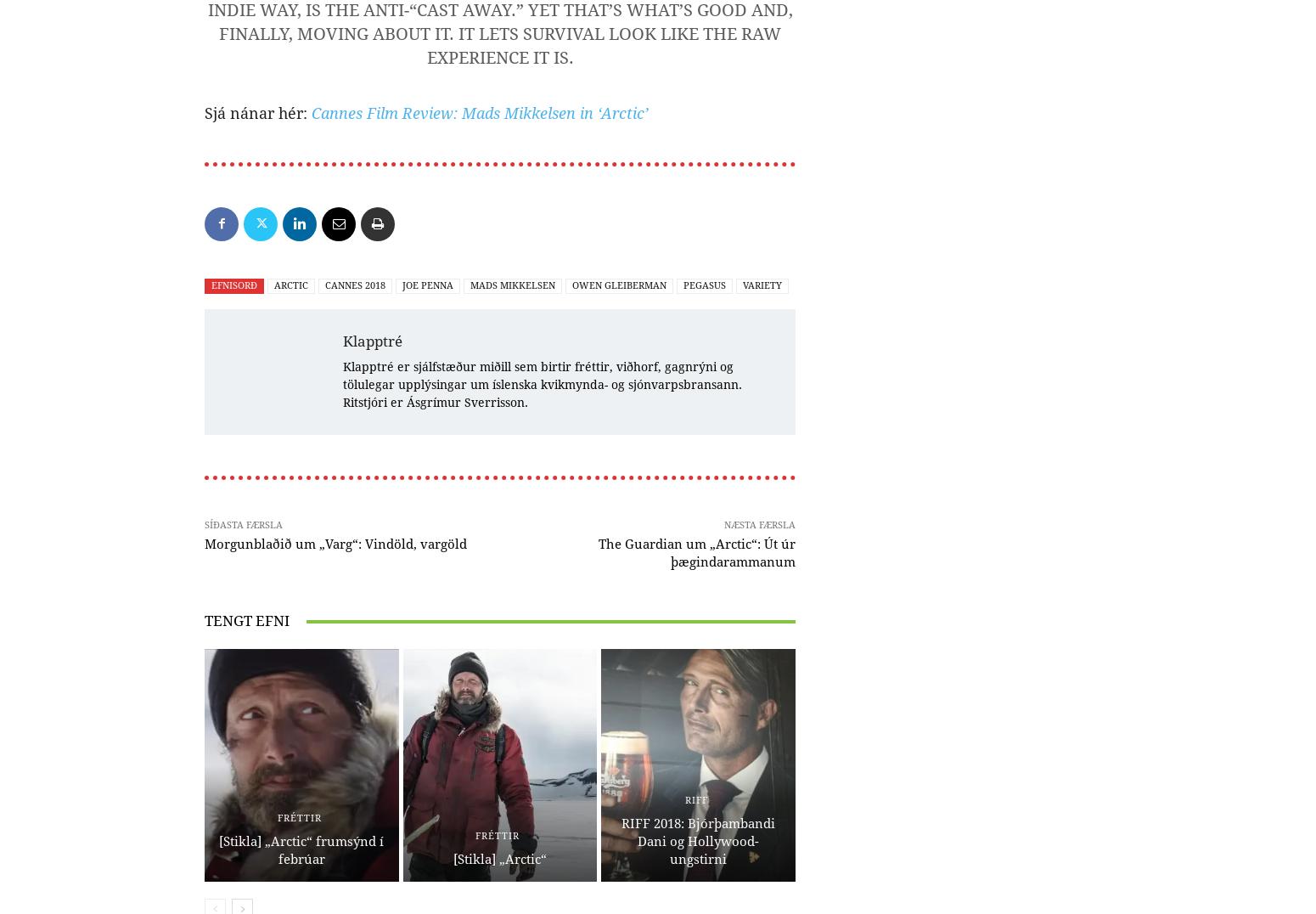  Describe the element at coordinates (762, 285) in the screenshot. I see `'Variety'` at that location.